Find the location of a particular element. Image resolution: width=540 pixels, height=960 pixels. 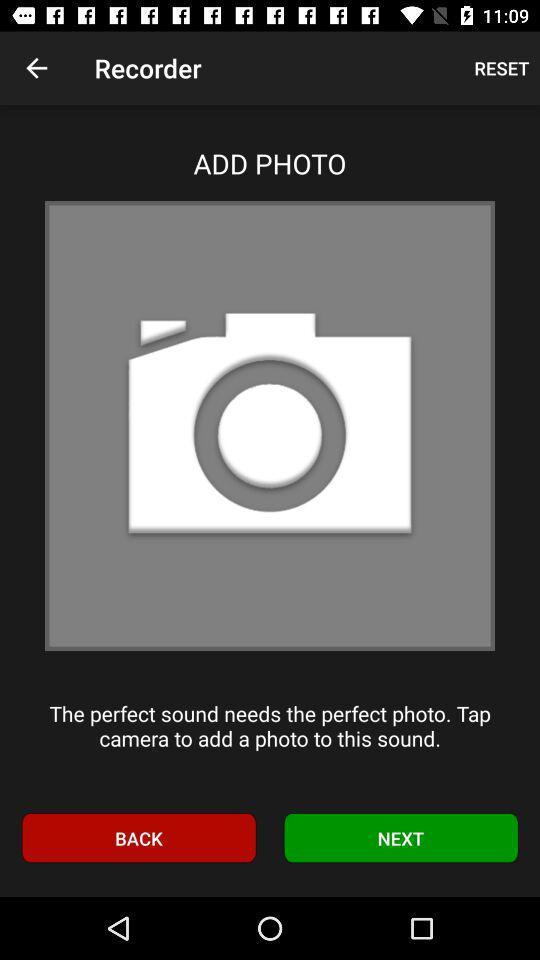

item above add photo is located at coordinates (36, 68).